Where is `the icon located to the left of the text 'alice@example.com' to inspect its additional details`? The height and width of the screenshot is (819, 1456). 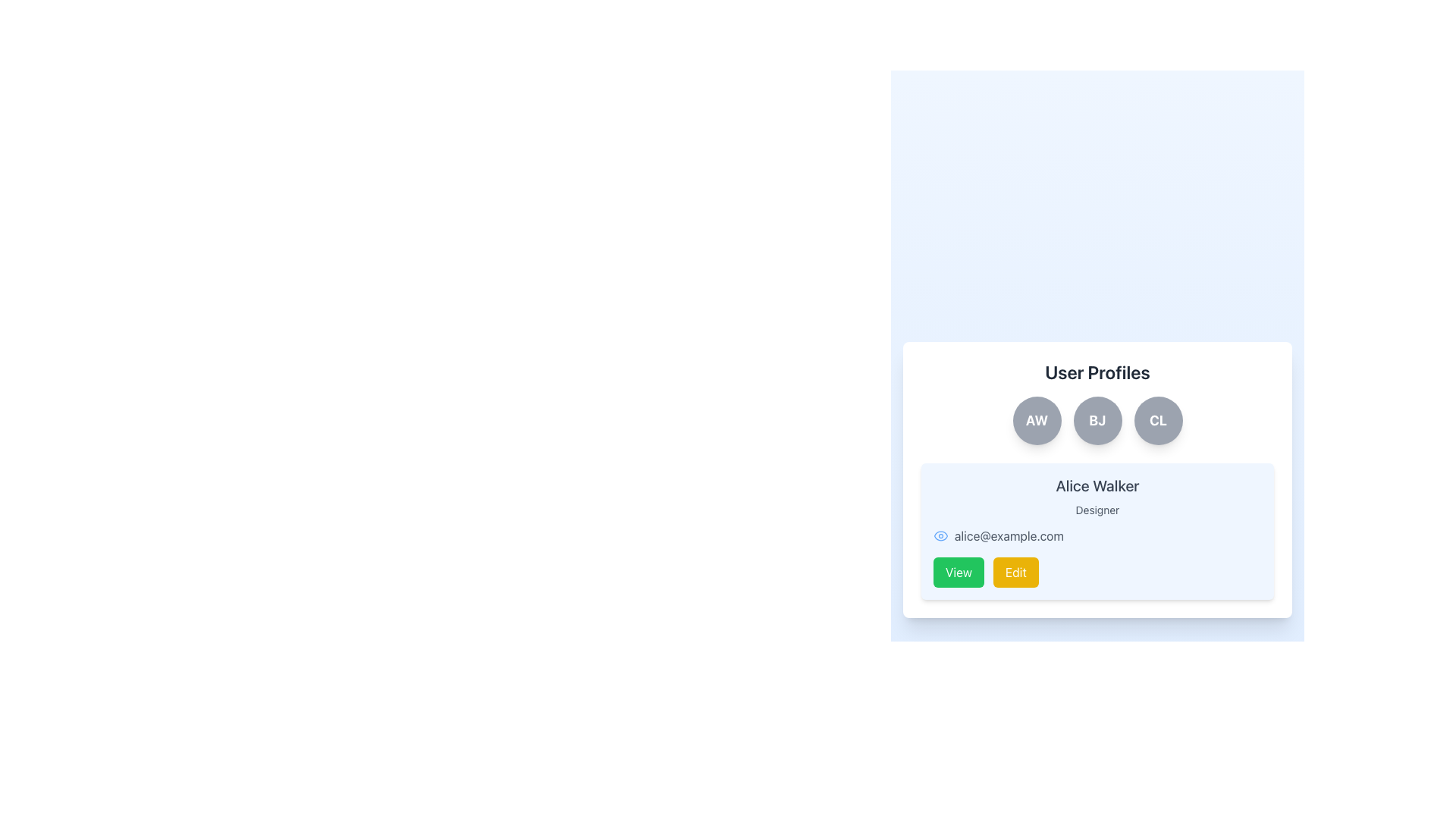 the icon located to the left of the text 'alice@example.com' to inspect its additional details is located at coordinates (940, 535).